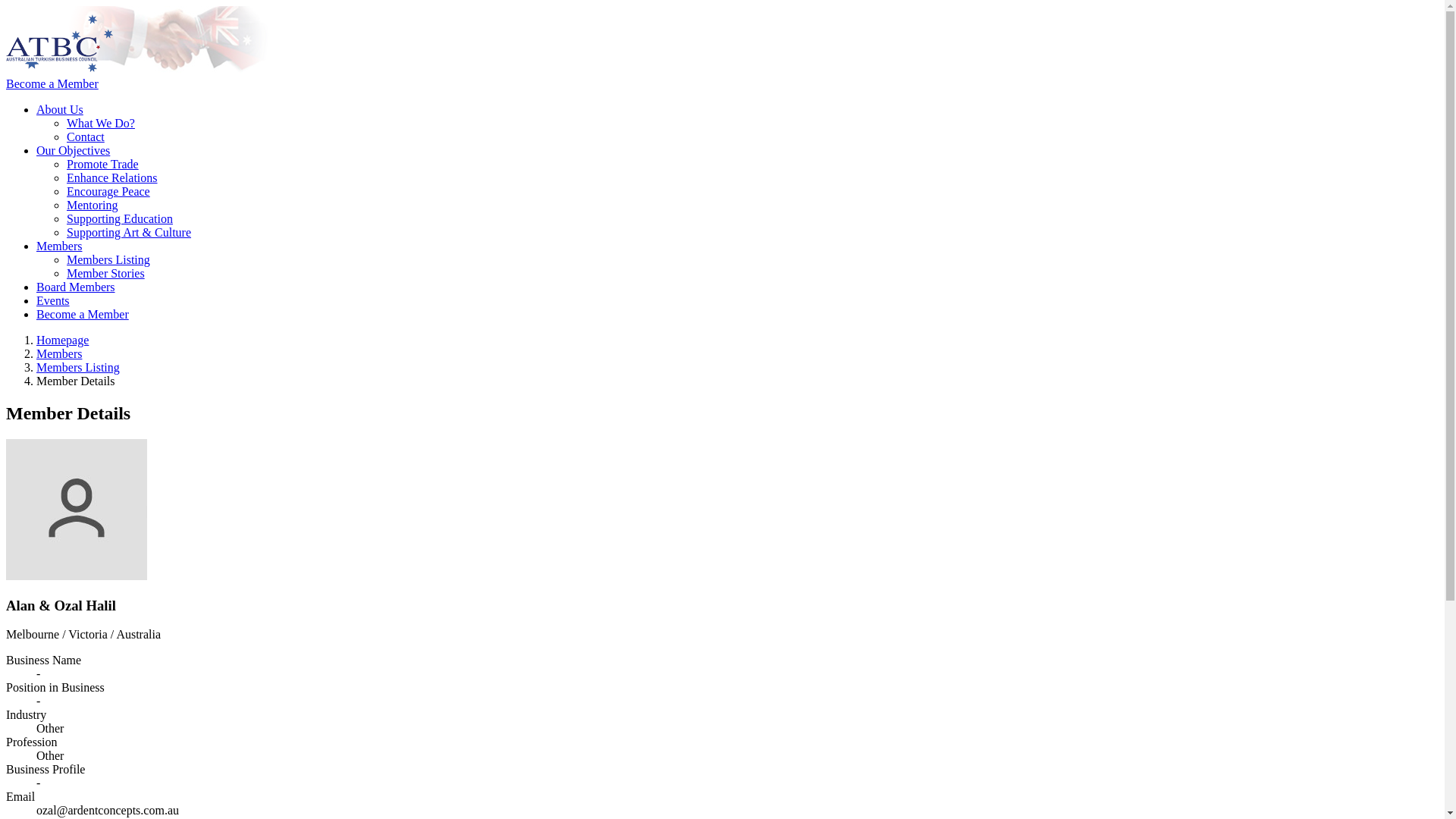  What do you see at coordinates (72, 150) in the screenshot?
I see `'Our Objectives'` at bounding box center [72, 150].